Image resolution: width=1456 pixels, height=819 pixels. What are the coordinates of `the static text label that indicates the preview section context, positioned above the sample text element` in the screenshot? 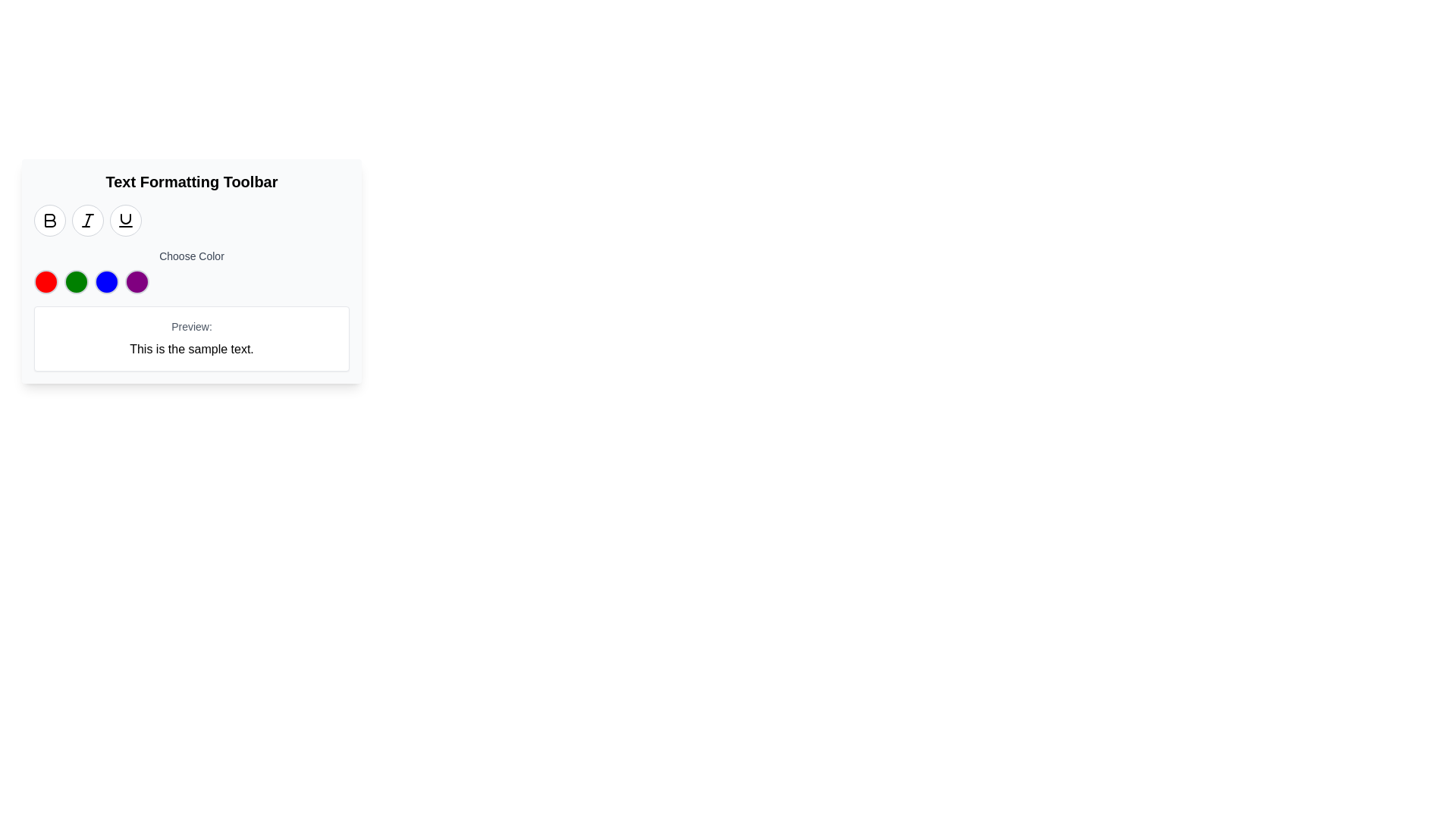 It's located at (191, 326).